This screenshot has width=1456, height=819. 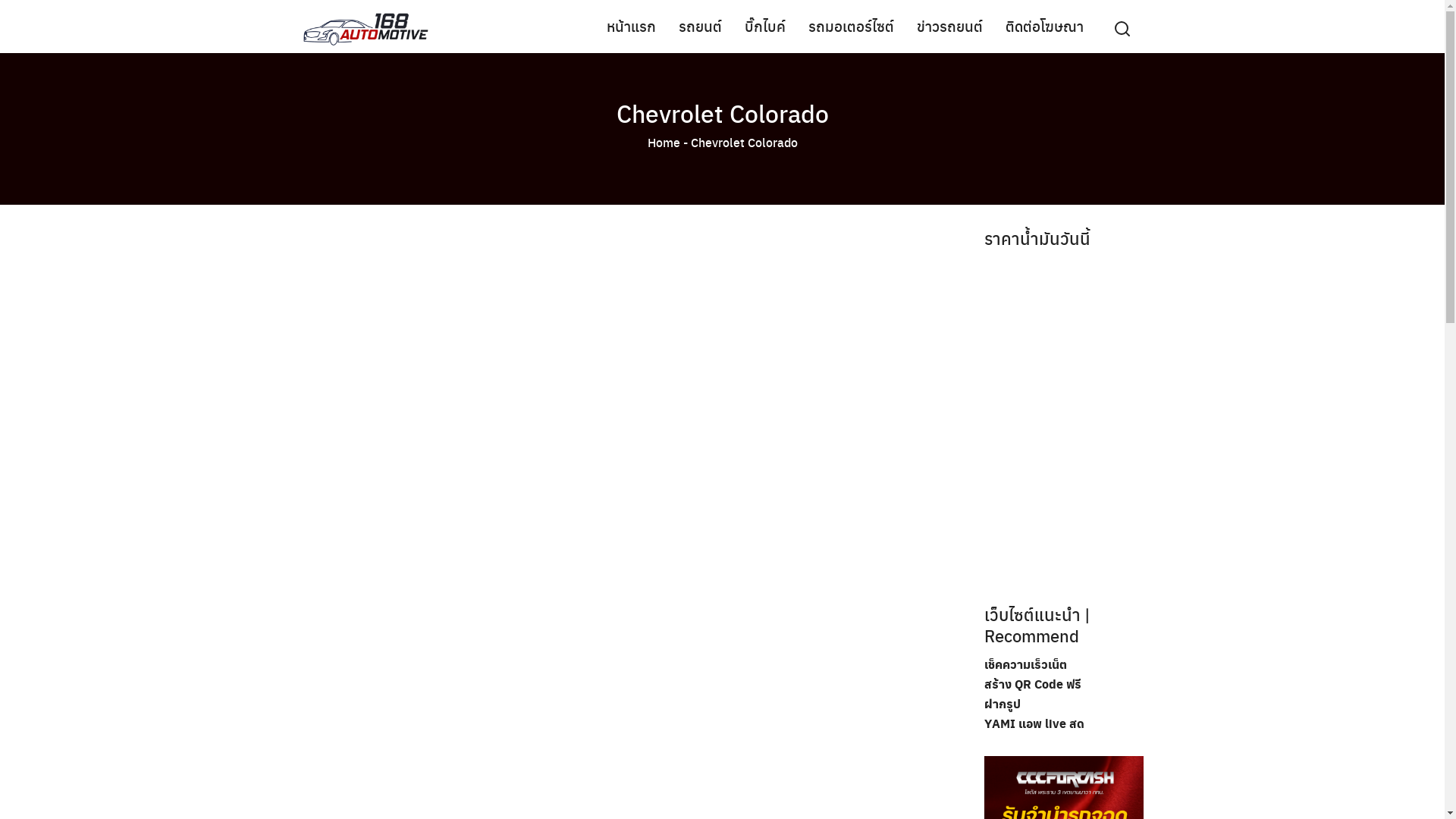 What do you see at coordinates (664, 142) in the screenshot?
I see `'Home'` at bounding box center [664, 142].